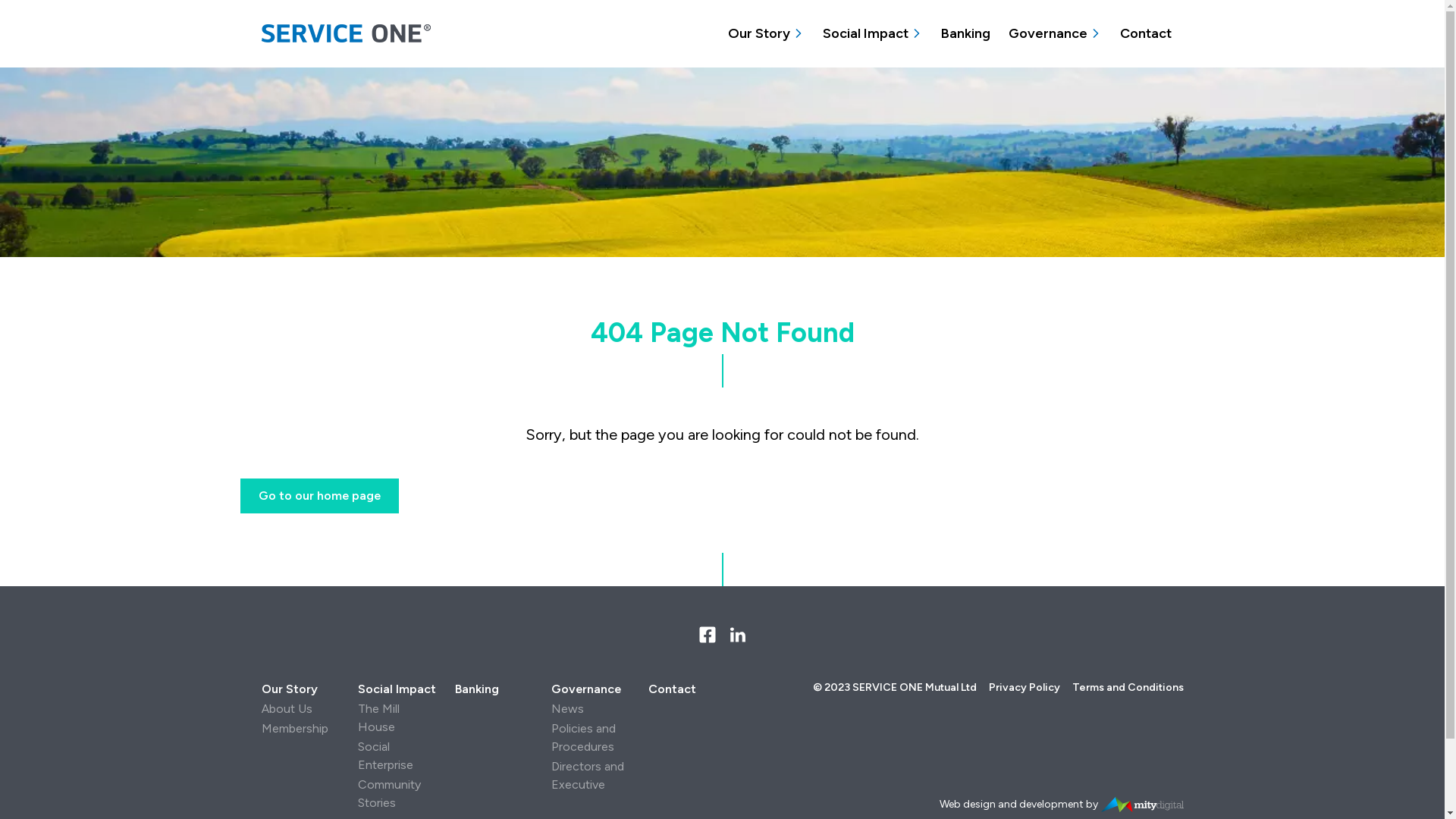  What do you see at coordinates (286, 708) in the screenshot?
I see `'About Us'` at bounding box center [286, 708].